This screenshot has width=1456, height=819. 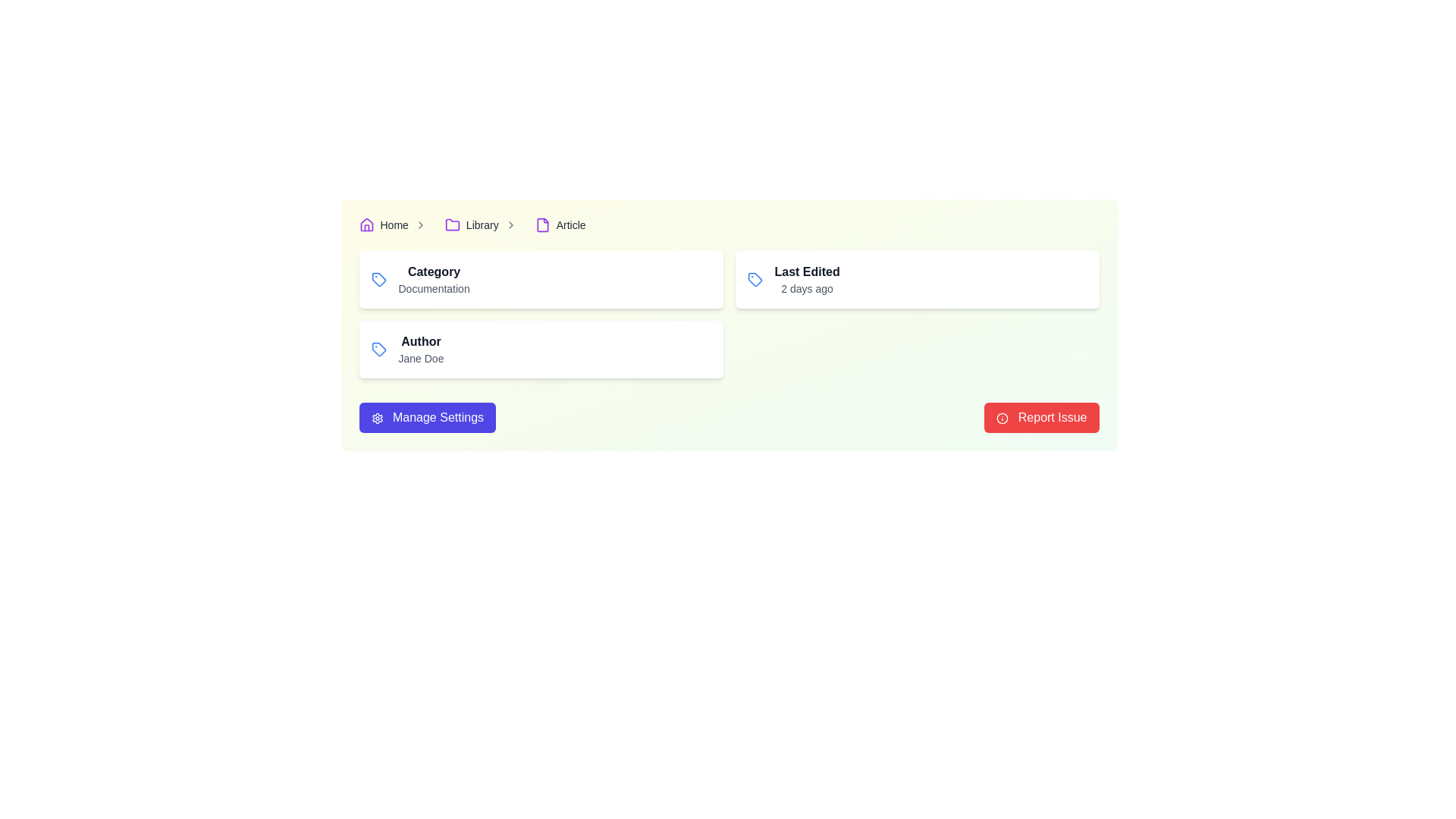 I want to click on the 'Article' breadcrumb navigation item, which consists of a purple file icon followed by the label 'Article' in black text, so click(x=560, y=225).